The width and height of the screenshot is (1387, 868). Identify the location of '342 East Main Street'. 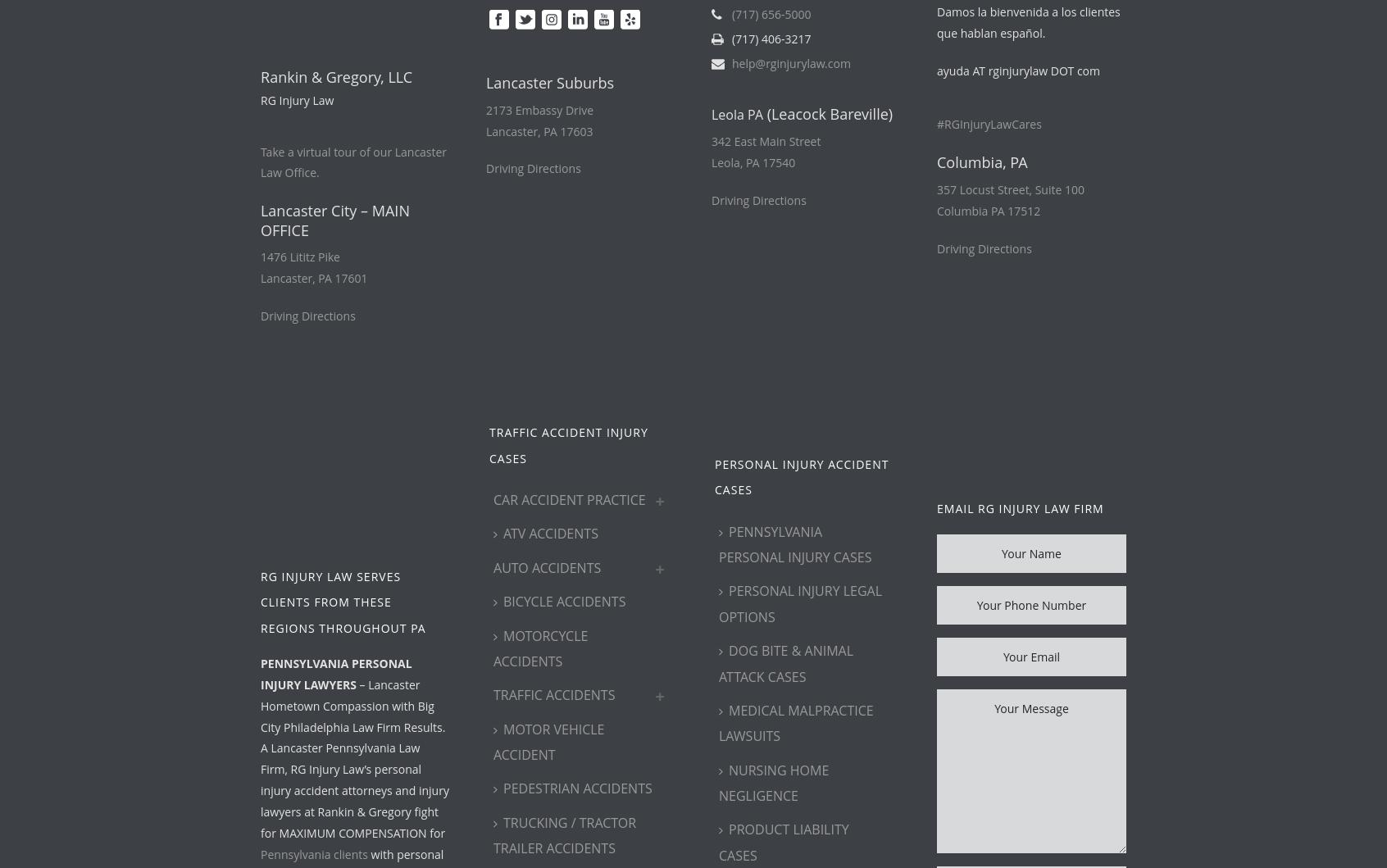
(766, 140).